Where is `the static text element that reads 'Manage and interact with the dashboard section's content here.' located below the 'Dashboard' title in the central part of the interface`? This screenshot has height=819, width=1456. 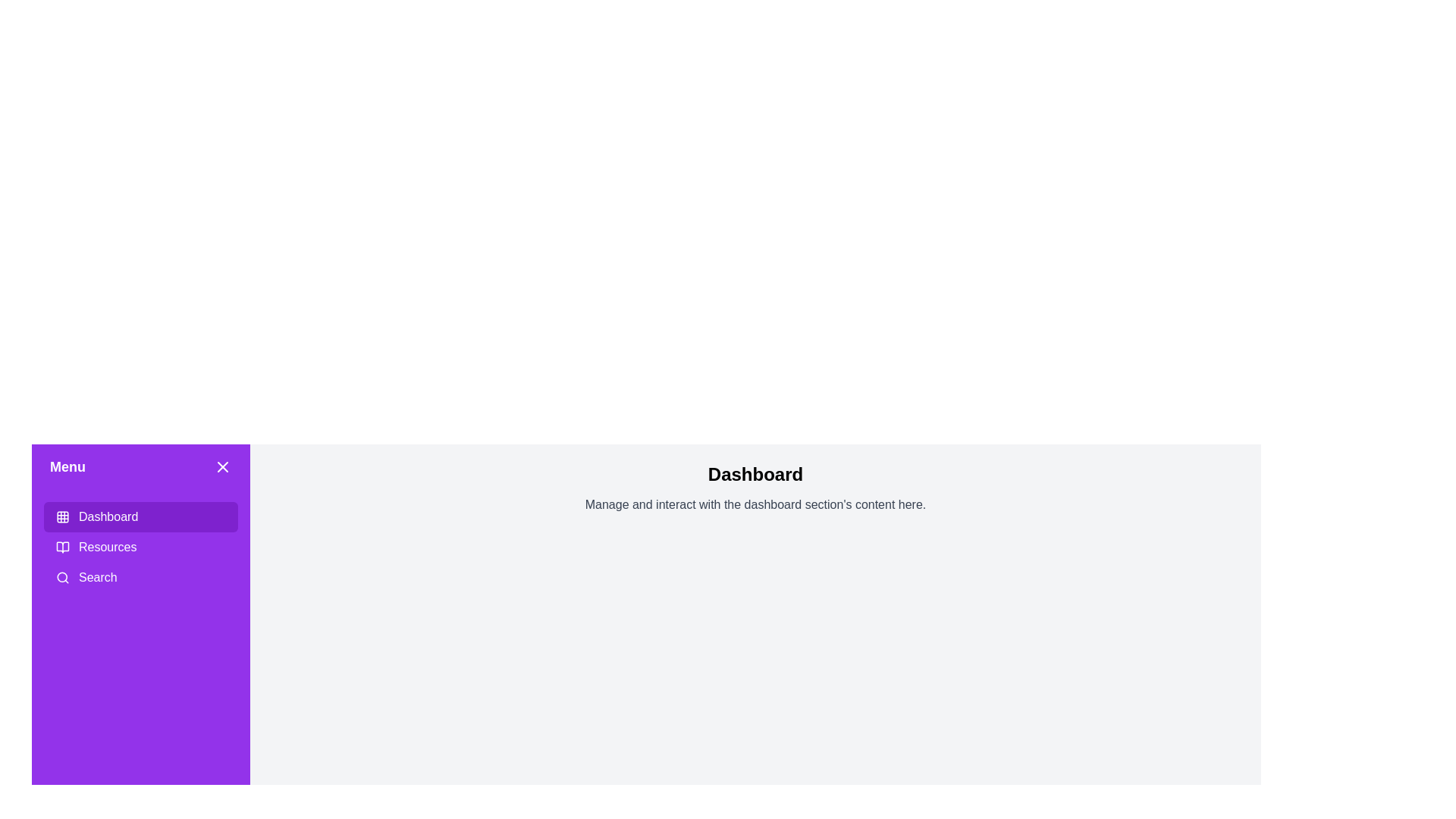 the static text element that reads 'Manage and interact with the dashboard section's content here.' located below the 'Dashboard' title in the central part of the interface is located at coordinates (755, 505).